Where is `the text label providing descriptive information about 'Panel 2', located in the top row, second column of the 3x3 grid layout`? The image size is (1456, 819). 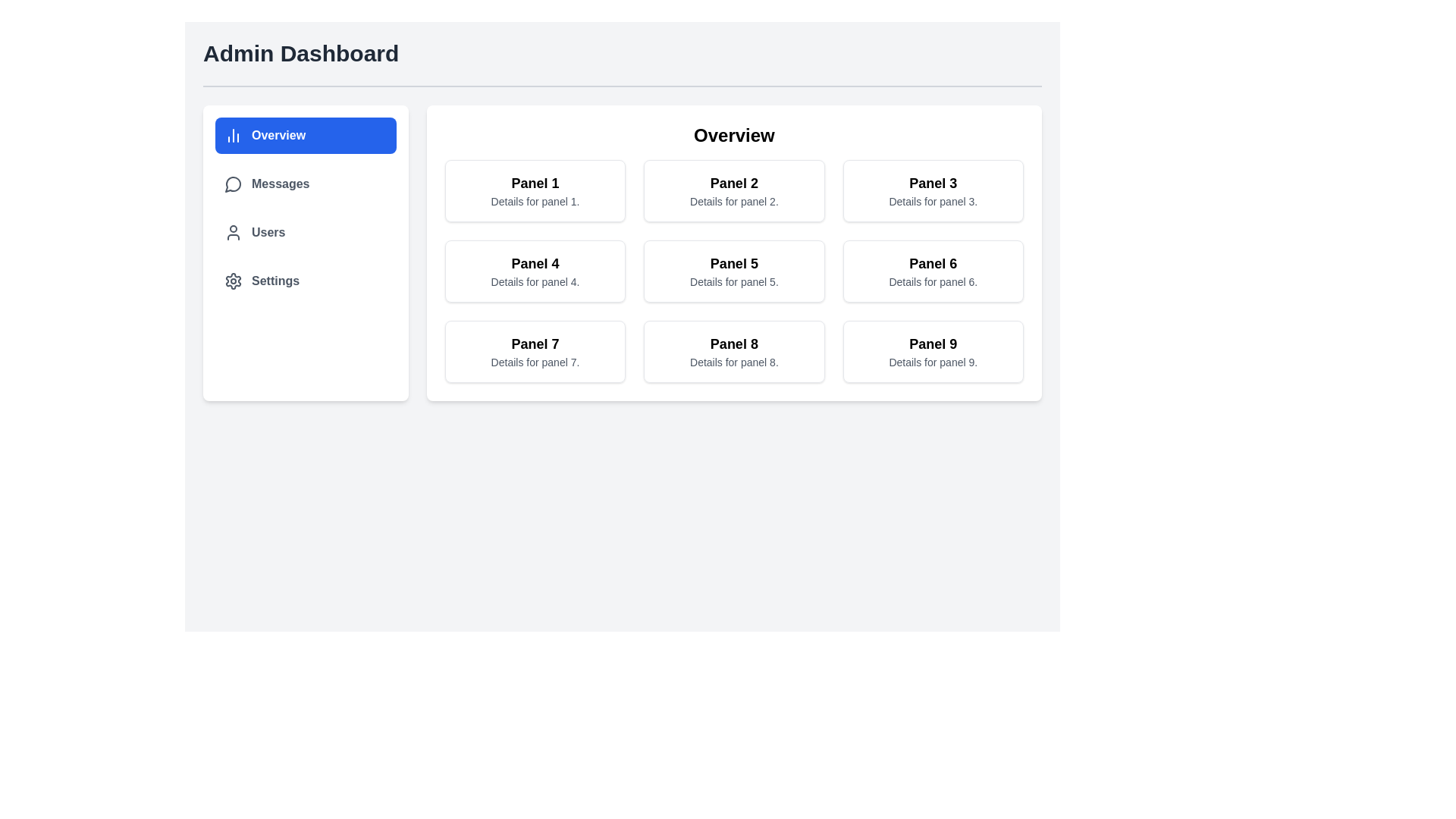 the text label providing descriptive information about 'Panel 2', located in the top row, second column of the 3x3 grid layout is located at coordinates (734, 201).